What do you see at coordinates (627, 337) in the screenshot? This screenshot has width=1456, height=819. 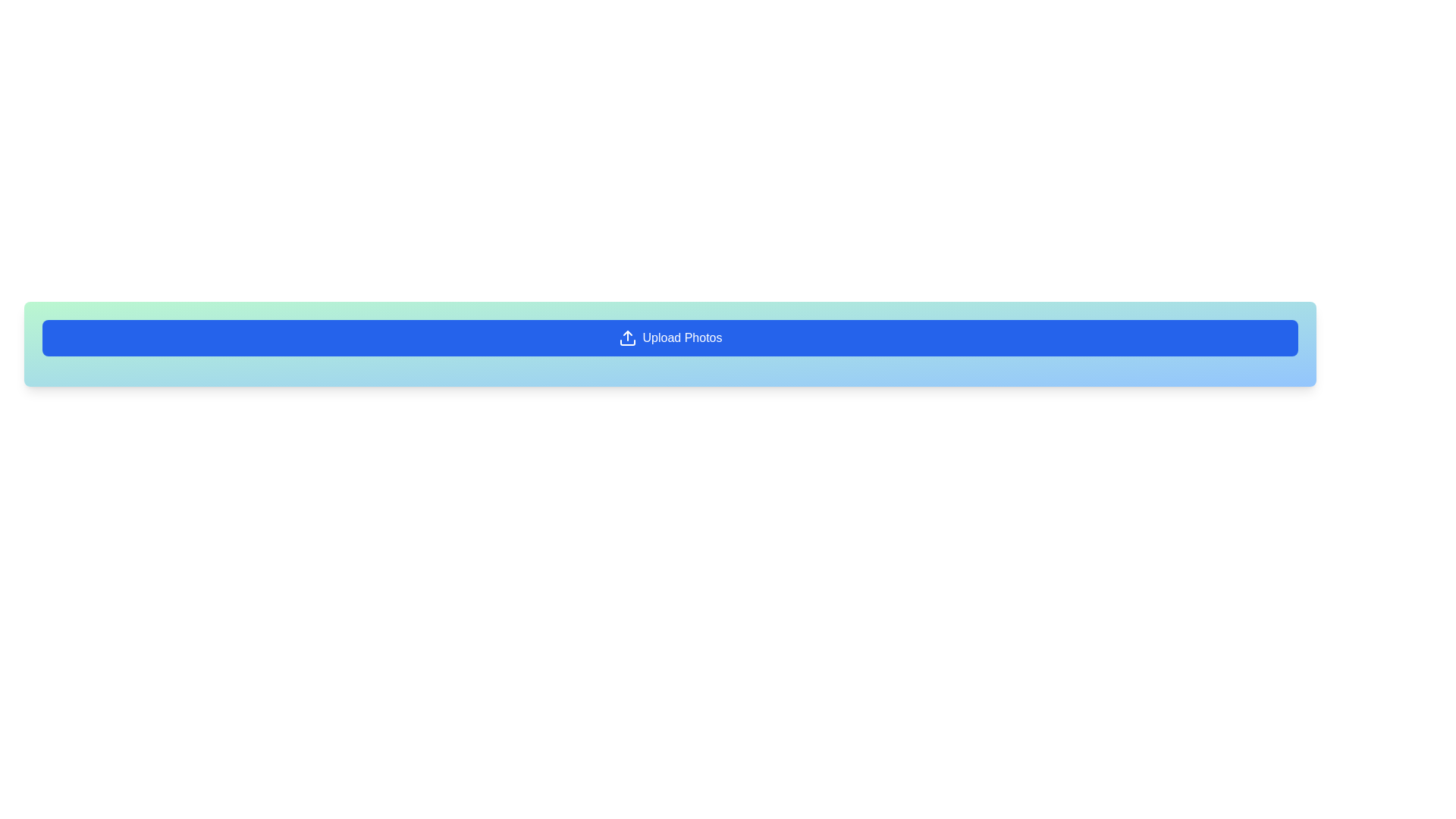 I see `the upload icon located to the left of the 'Upload Photos' button, which enhances the button's recognizability and functionality` at bounding box center [627, 337].